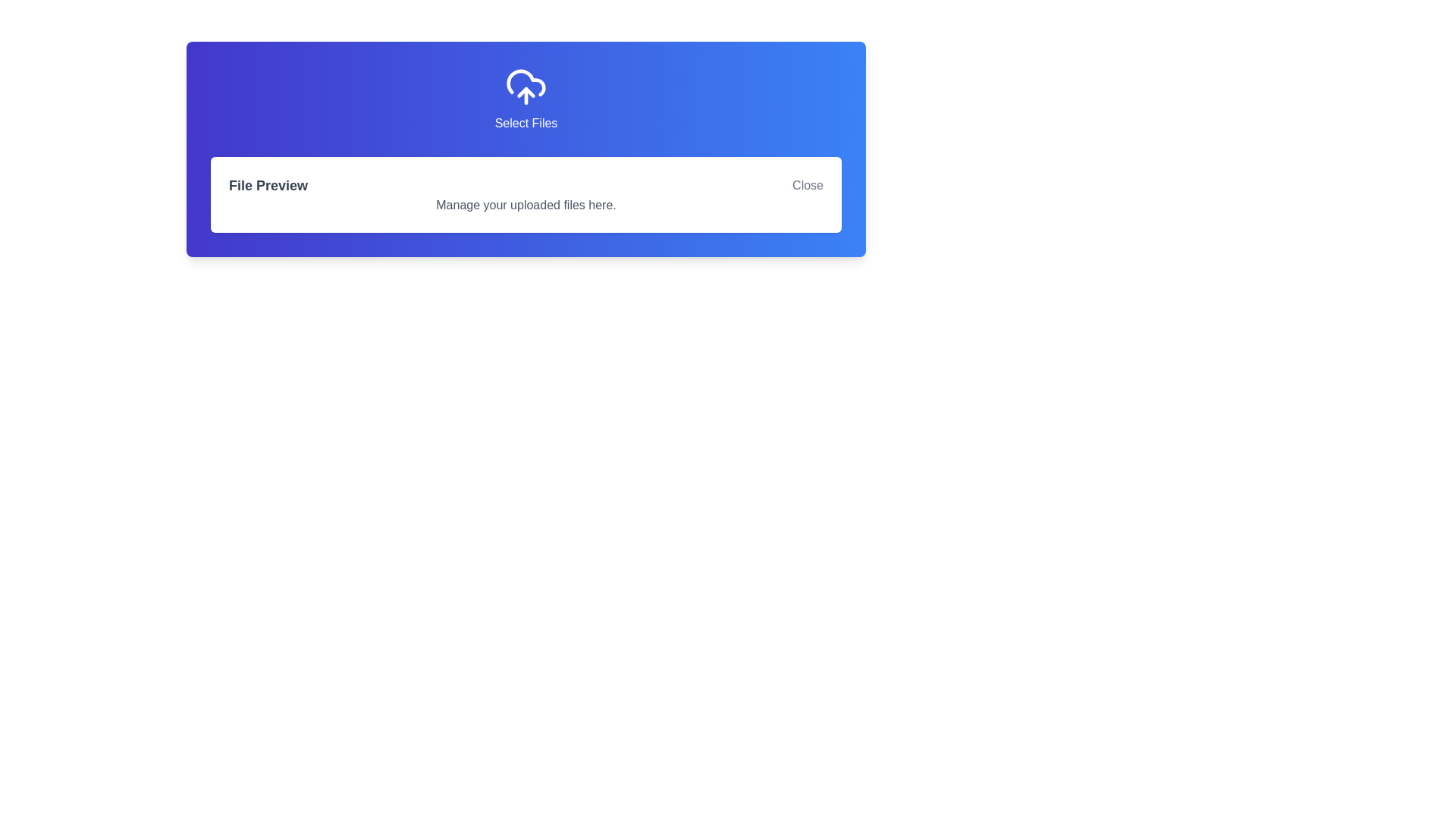 This screenshot has height=819, width=1456. What do you see at coordinates (526, 122) in the screenshot?
I see `the 'Select Files' text display, which is styled in white font against a blue gradient background and located beneath a cloud icon with an upward arrow` at bounding box center [526, 122].